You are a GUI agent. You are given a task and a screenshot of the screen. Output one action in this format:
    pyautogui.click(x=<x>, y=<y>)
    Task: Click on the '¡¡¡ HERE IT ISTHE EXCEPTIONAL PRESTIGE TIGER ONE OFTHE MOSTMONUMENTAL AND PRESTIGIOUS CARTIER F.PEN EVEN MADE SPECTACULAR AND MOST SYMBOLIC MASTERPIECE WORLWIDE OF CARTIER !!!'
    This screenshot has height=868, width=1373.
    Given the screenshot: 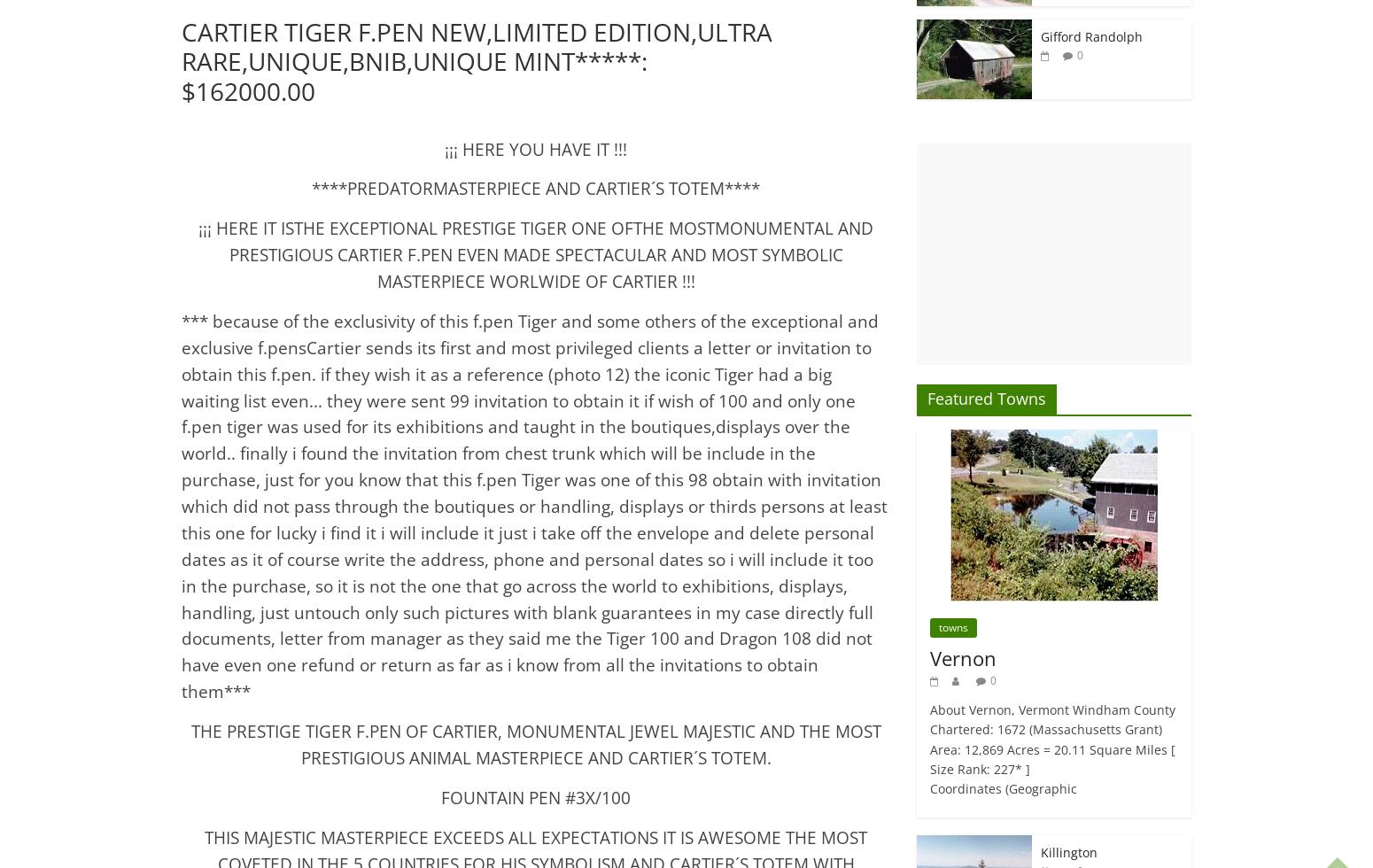 What is the action you would take?
    pyautogui.click(x=535, y=254)
    